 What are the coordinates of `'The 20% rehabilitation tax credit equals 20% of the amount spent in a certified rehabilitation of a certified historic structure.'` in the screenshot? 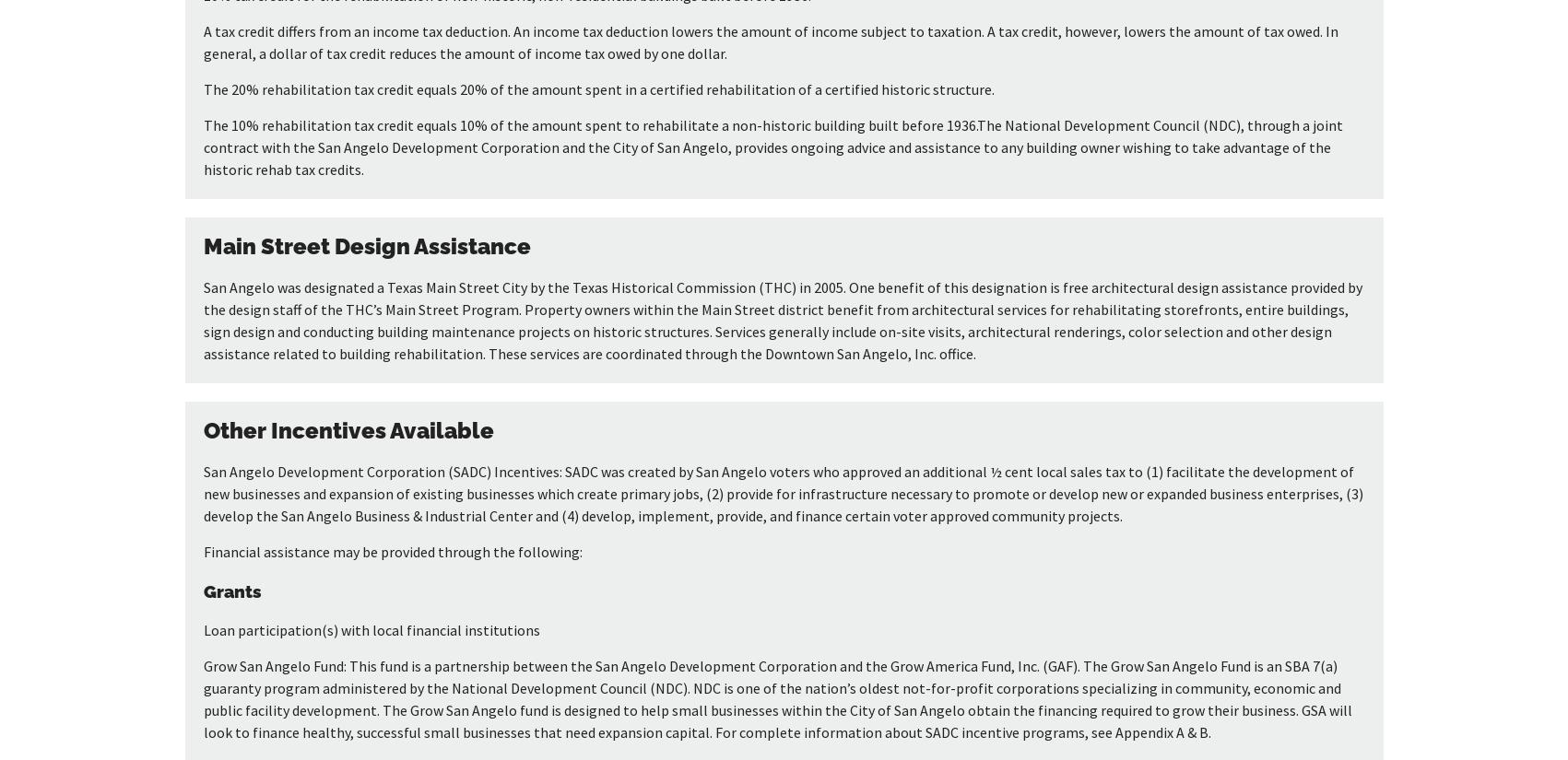 It's located at (596, 89).